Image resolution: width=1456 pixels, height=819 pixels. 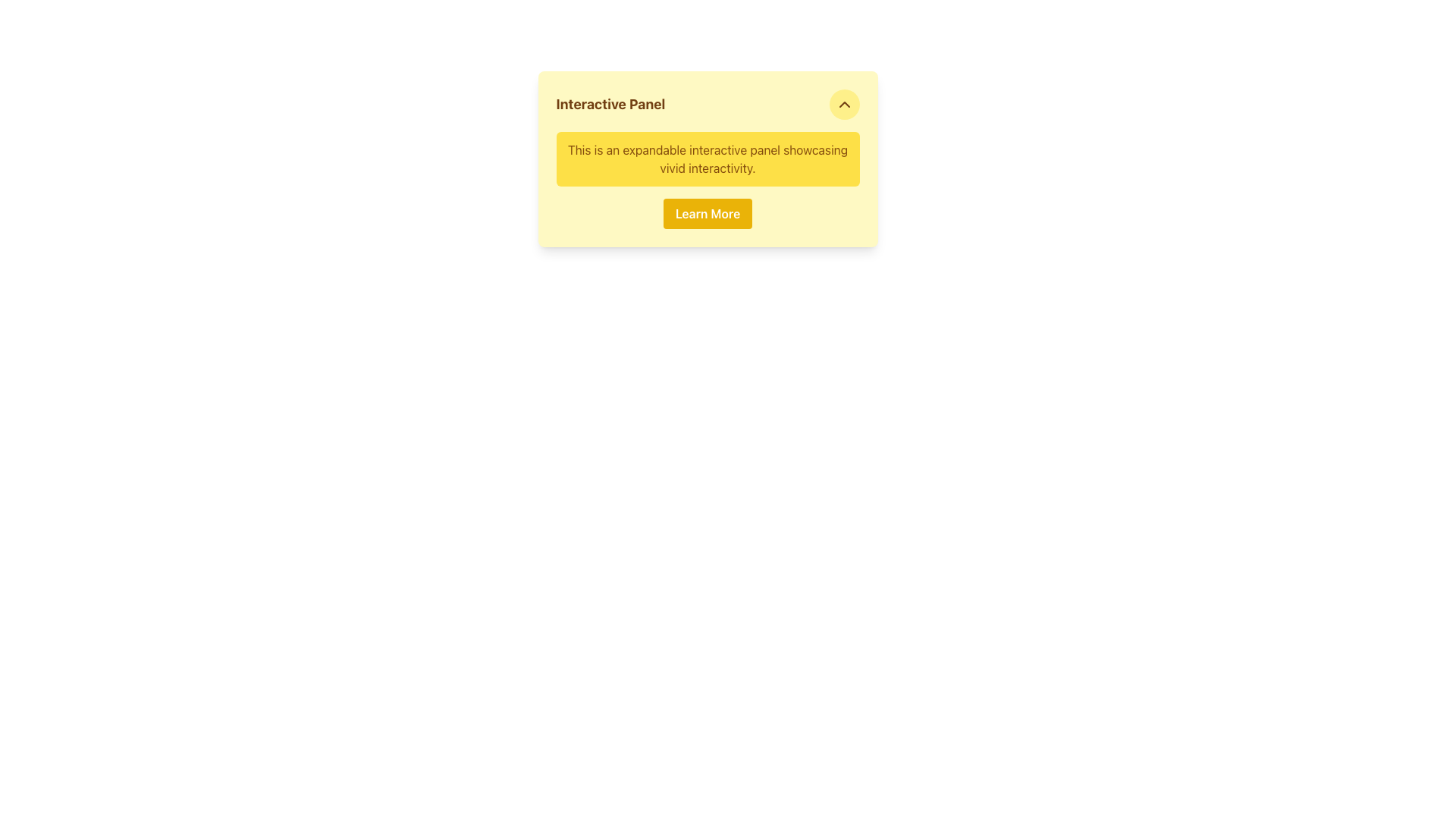 What do you see at coordinates (707, 158) in the screenshot?
I see `the 'Interactive Panel' which has a soft yellow background and contains a header, descriptive text, and a 'Learn More' button` at bounding box center [707, 158].